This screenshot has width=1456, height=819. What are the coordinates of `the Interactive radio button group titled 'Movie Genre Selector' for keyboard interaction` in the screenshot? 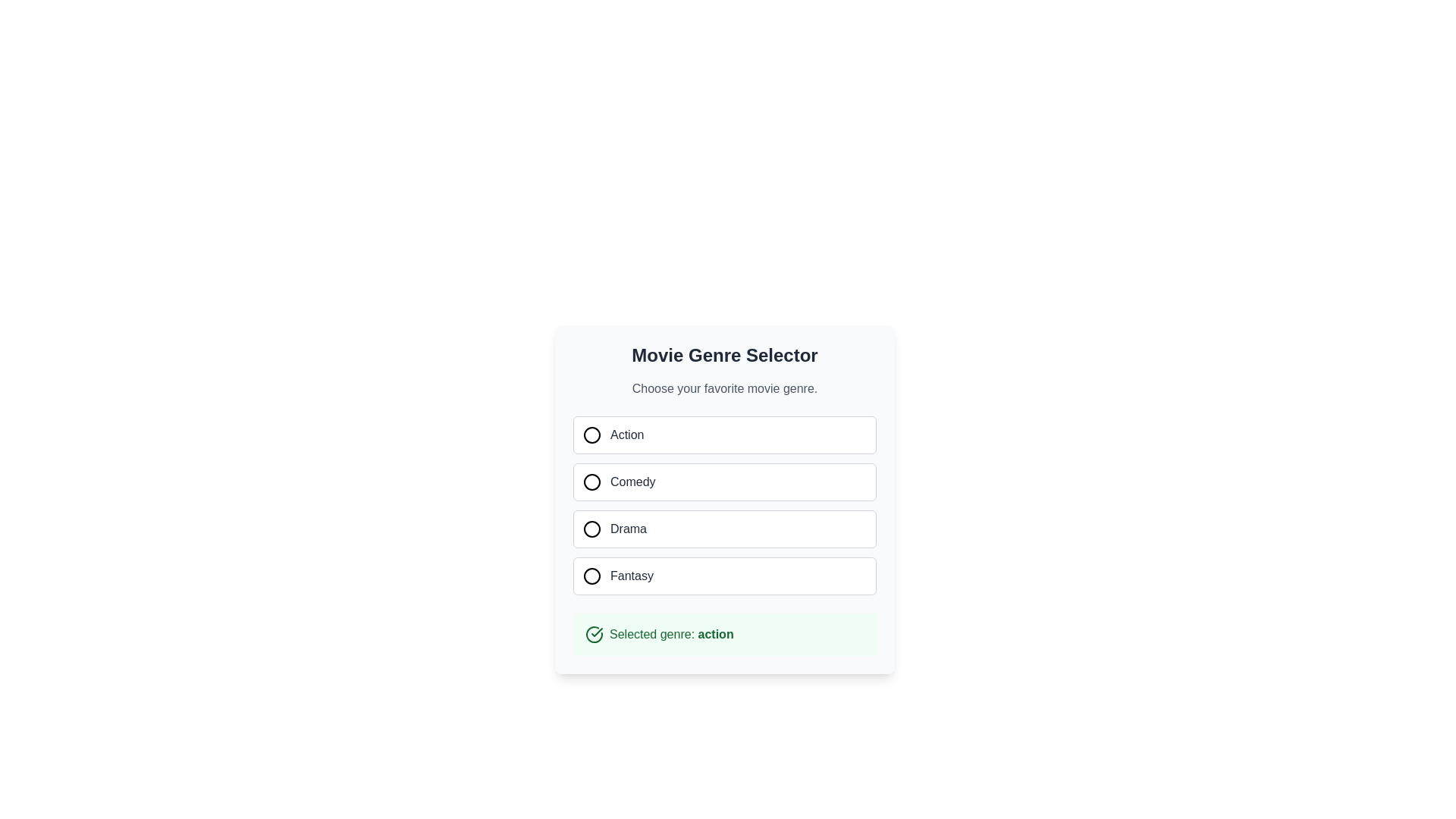 It's located at (723, 506).